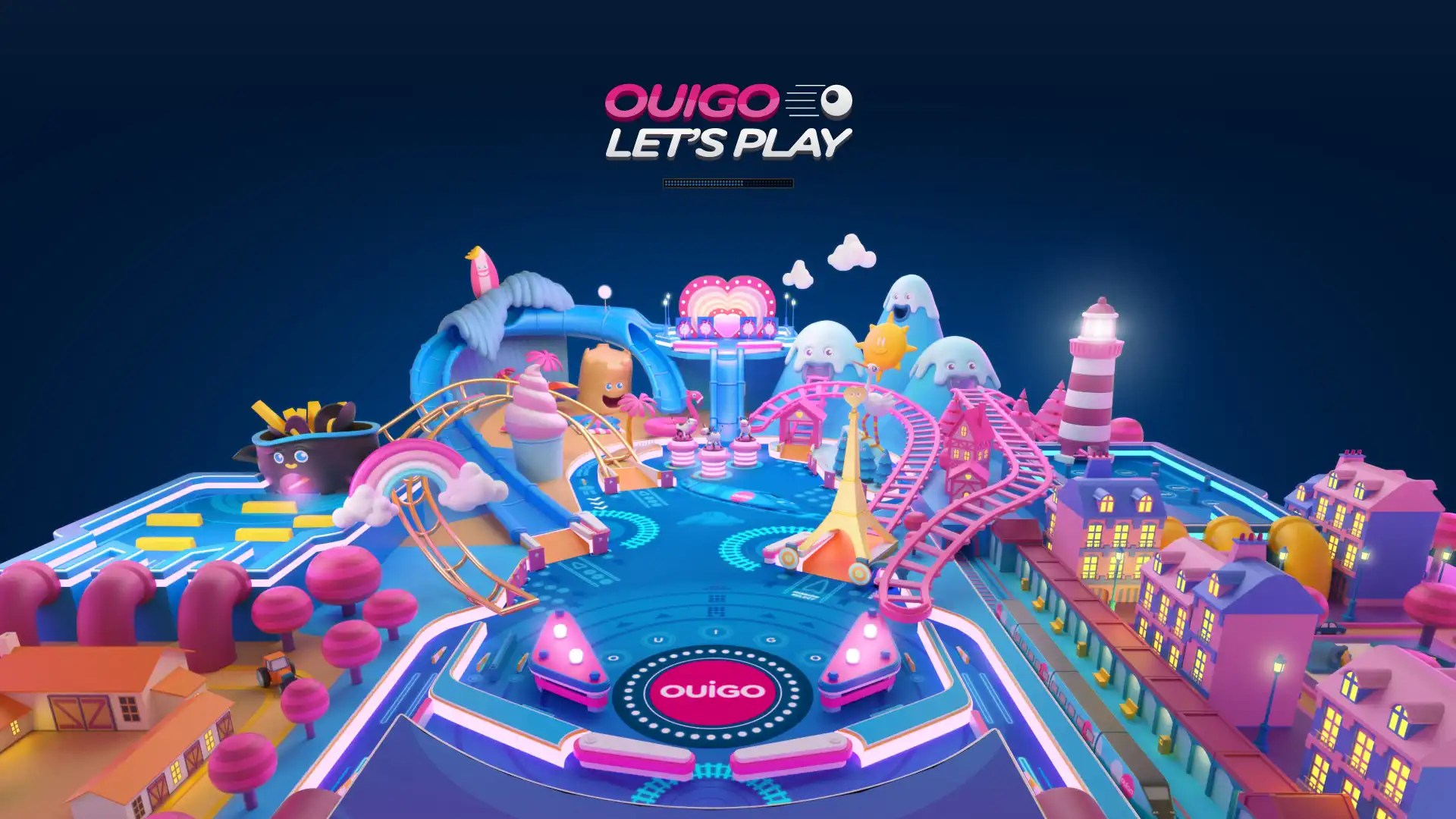 The width and height of the screenshot is (1456, 819). What do you see at coordinates (728, 796) in the screenshot?
I see `CLASSEMENT` at bounding box center [728, 796].